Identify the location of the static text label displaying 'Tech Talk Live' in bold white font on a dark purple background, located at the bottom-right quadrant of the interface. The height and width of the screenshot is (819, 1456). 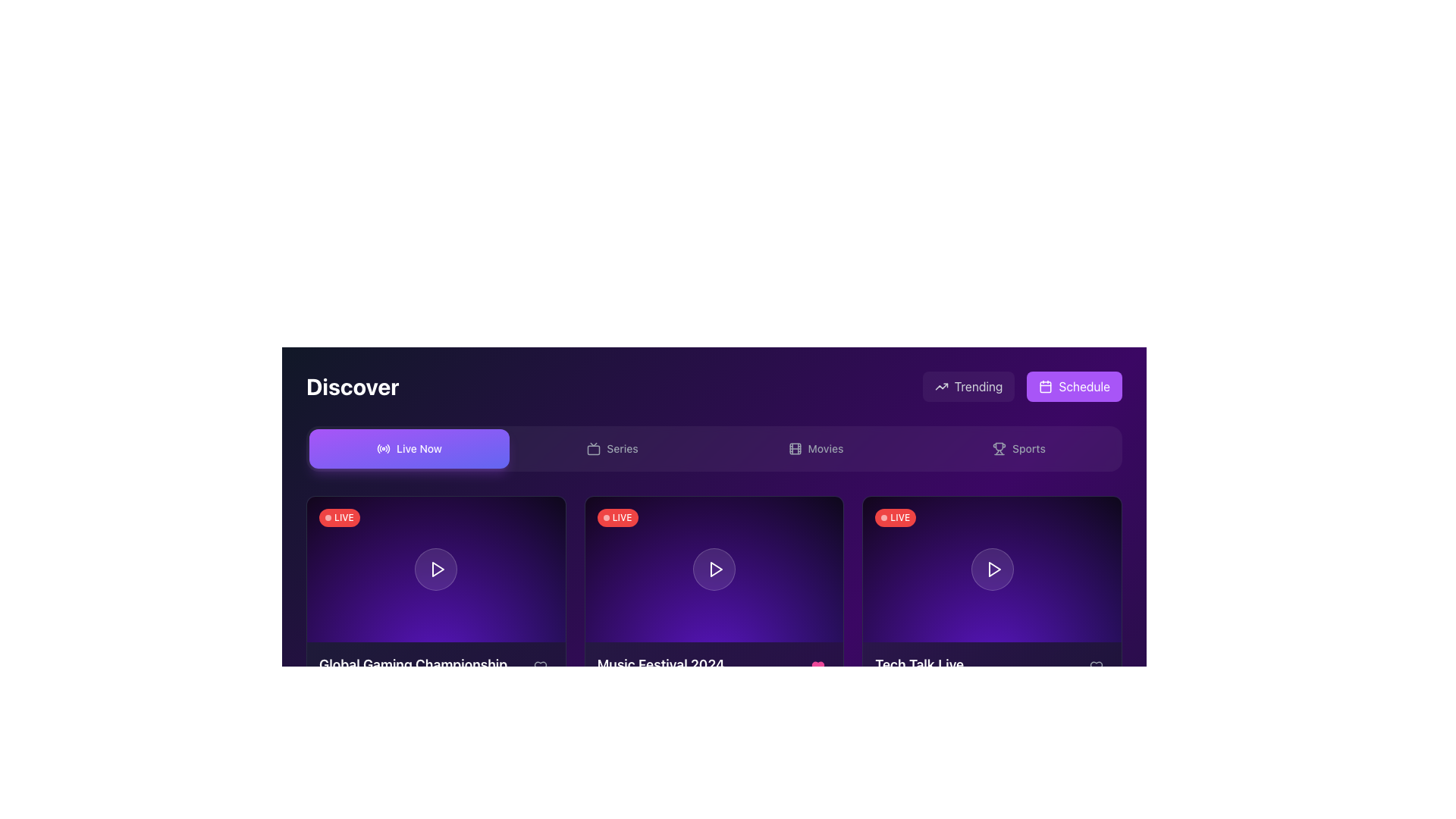
(918, 664).